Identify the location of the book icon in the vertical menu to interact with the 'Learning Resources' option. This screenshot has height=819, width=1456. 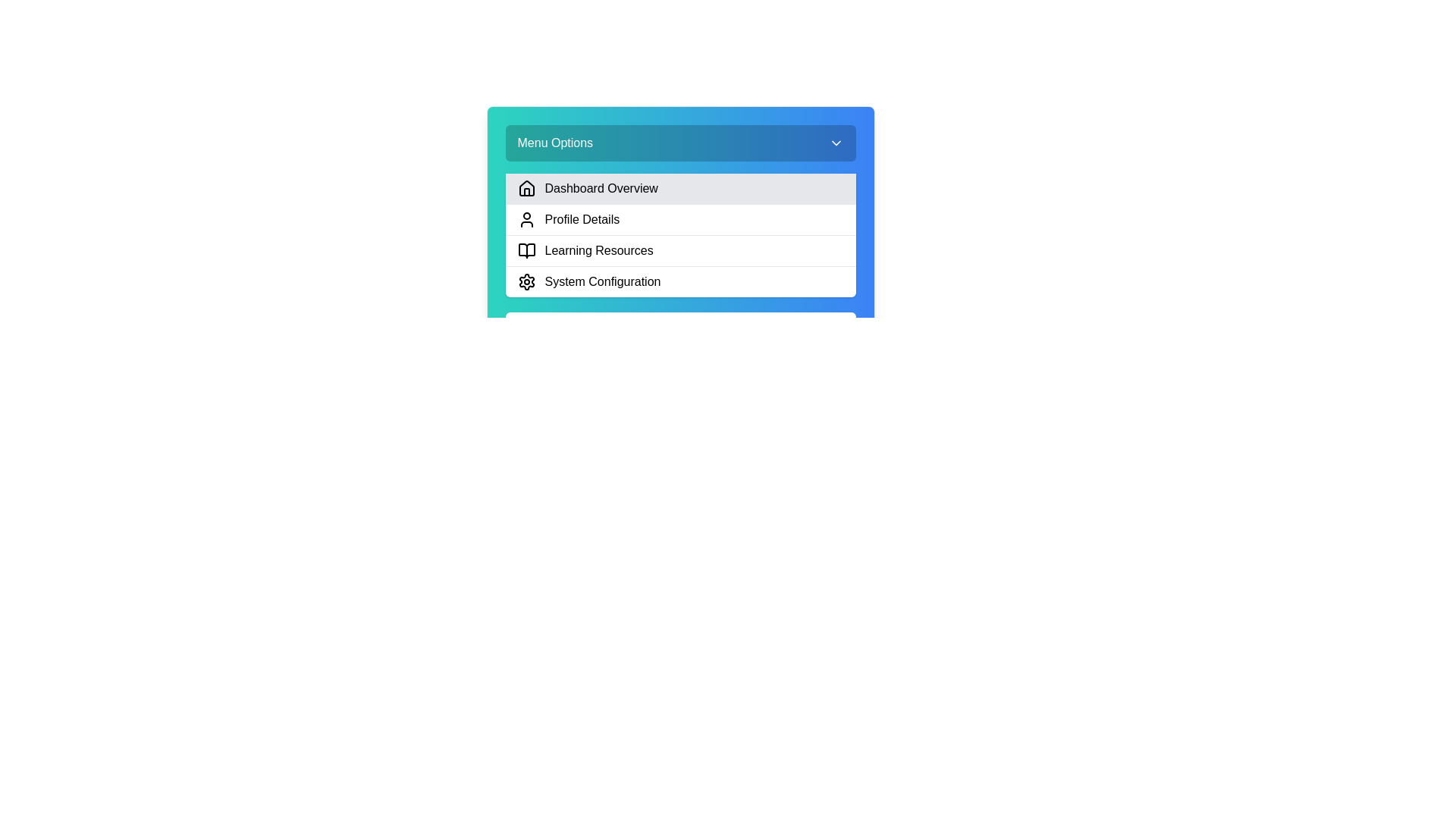
(526, 250).